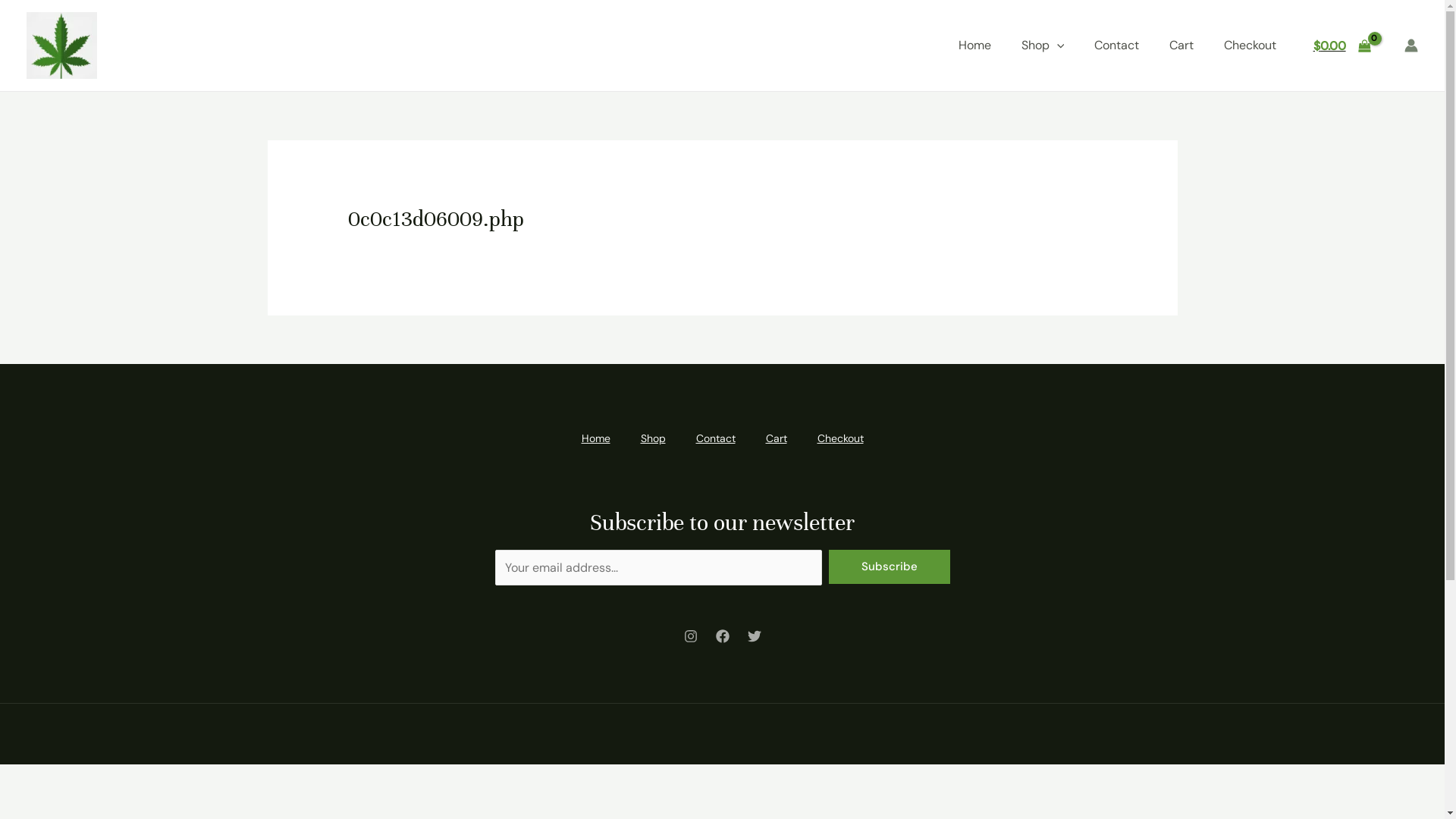 Image resolution: width=1456 pixels, height=819 pixels. Describe the element at coordinates (839, 438) in the screenshot. I see `'Checkout'` at that location.